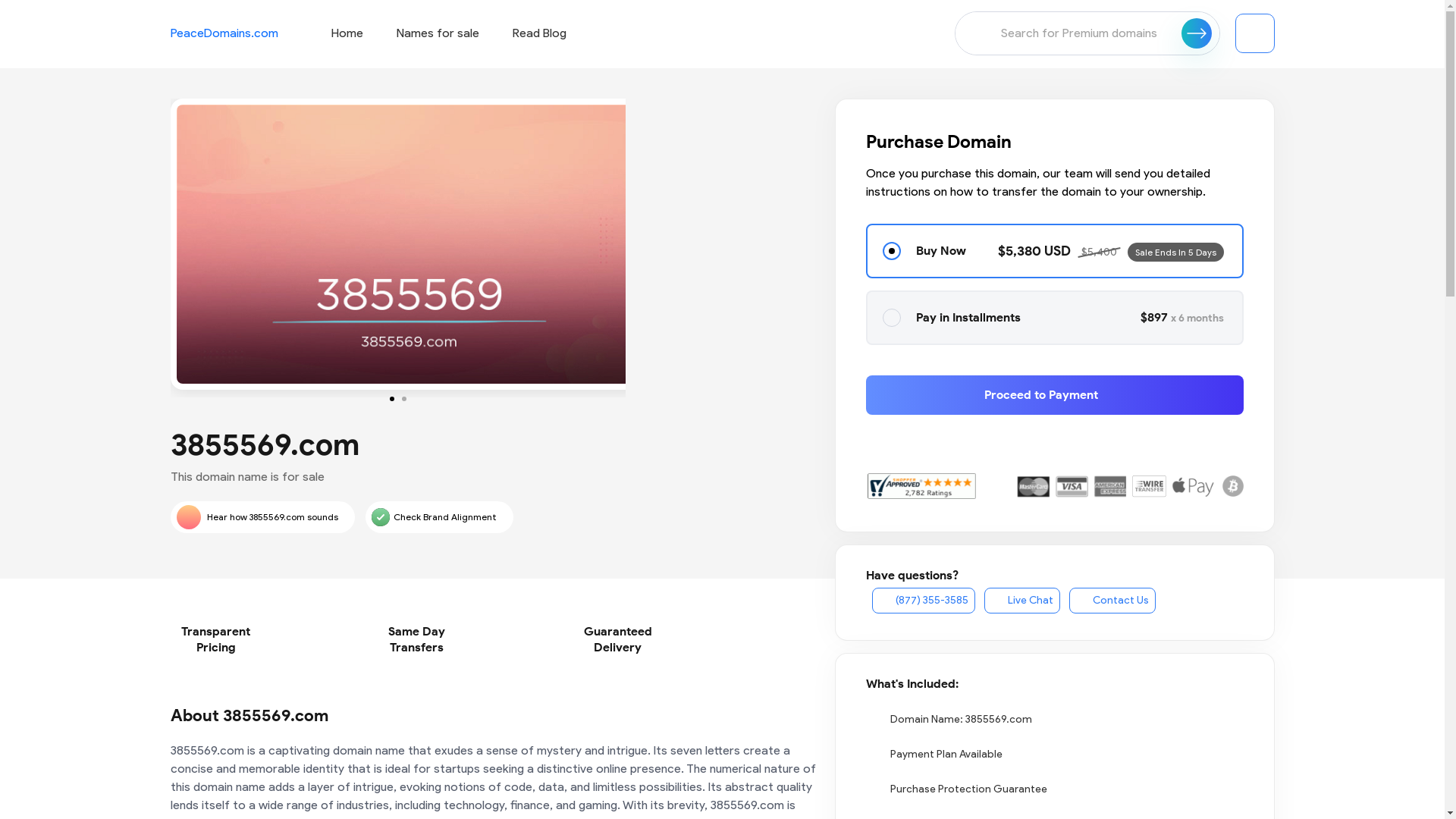  What do you see at coordinates (436, 33) in the screenshot?
I see `'Names for sale'` at bounding box center [436, 33].